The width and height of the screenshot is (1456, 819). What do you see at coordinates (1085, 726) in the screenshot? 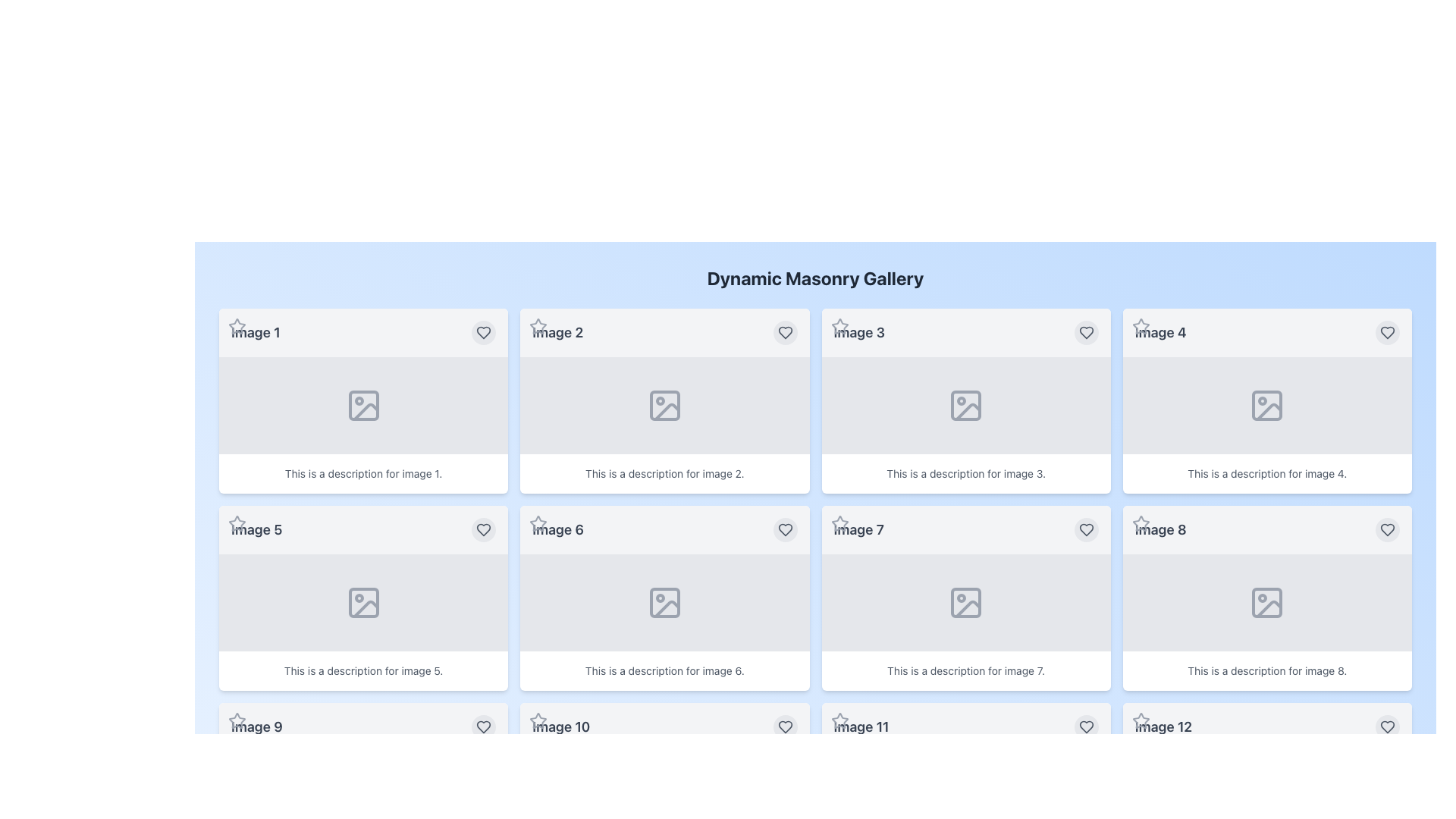
I see `the heart-shaped icon within the circular button located at the bottom-right corner of 'Image 12' in the masonry gallery` at bounding box center [1085, 726].